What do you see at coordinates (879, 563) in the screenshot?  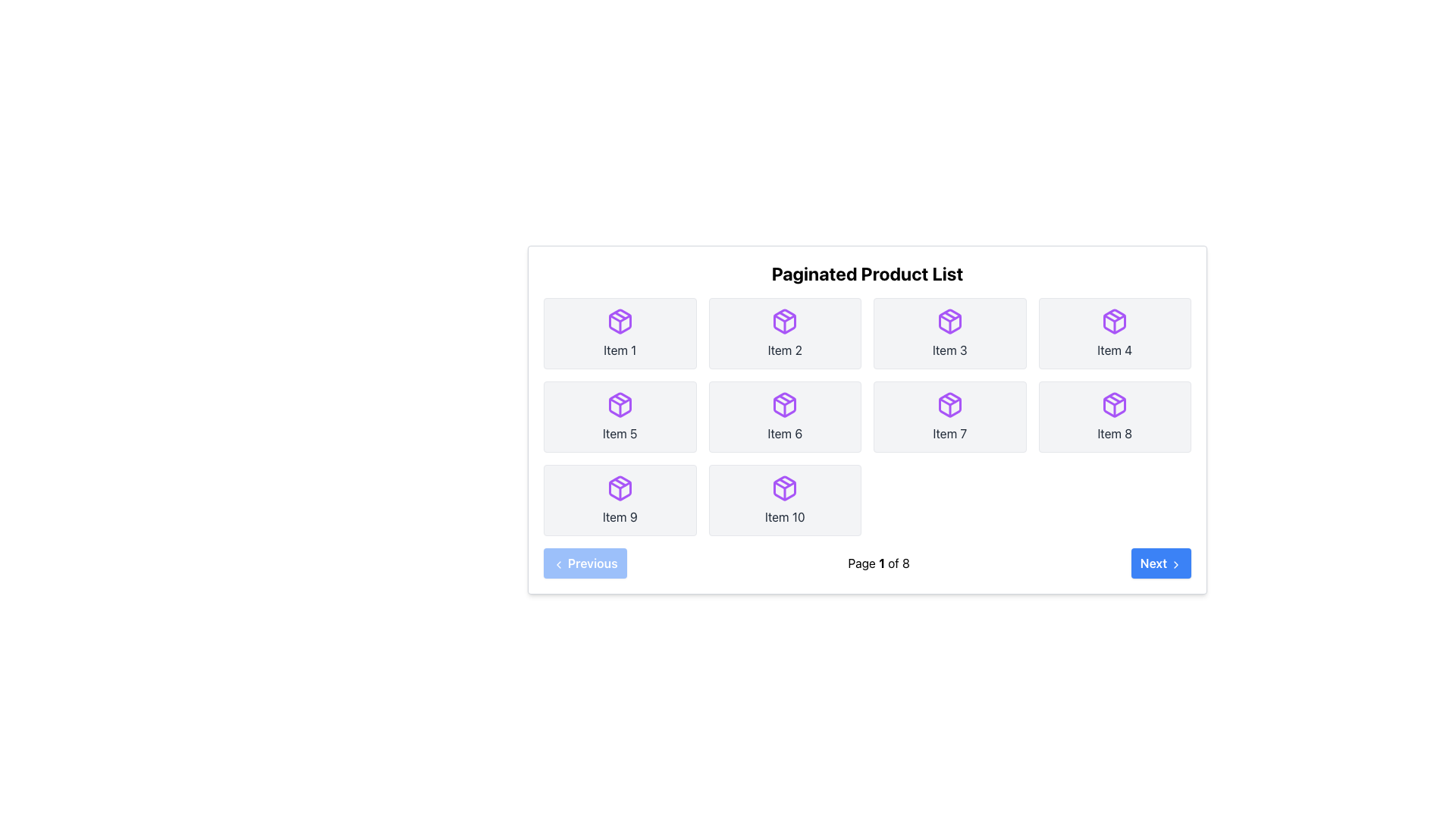 I see `the static text label displaying pagination information, which shows 'Page 1 of 8', located between the 'Previous' and 'Next' buttons` at bounding box center [879, 563].